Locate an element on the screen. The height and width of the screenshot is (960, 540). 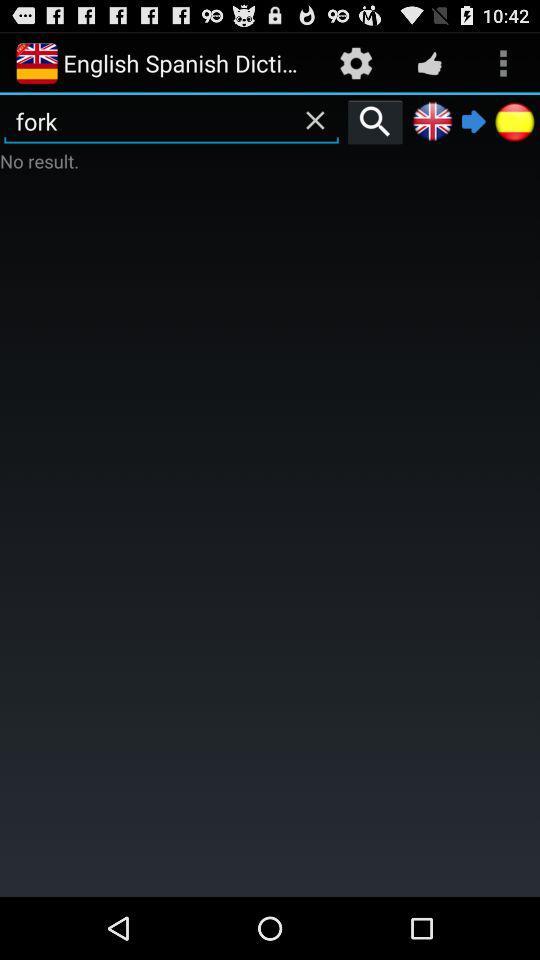
app next to the english spanish dictionary is located at coordinates (355, 62).